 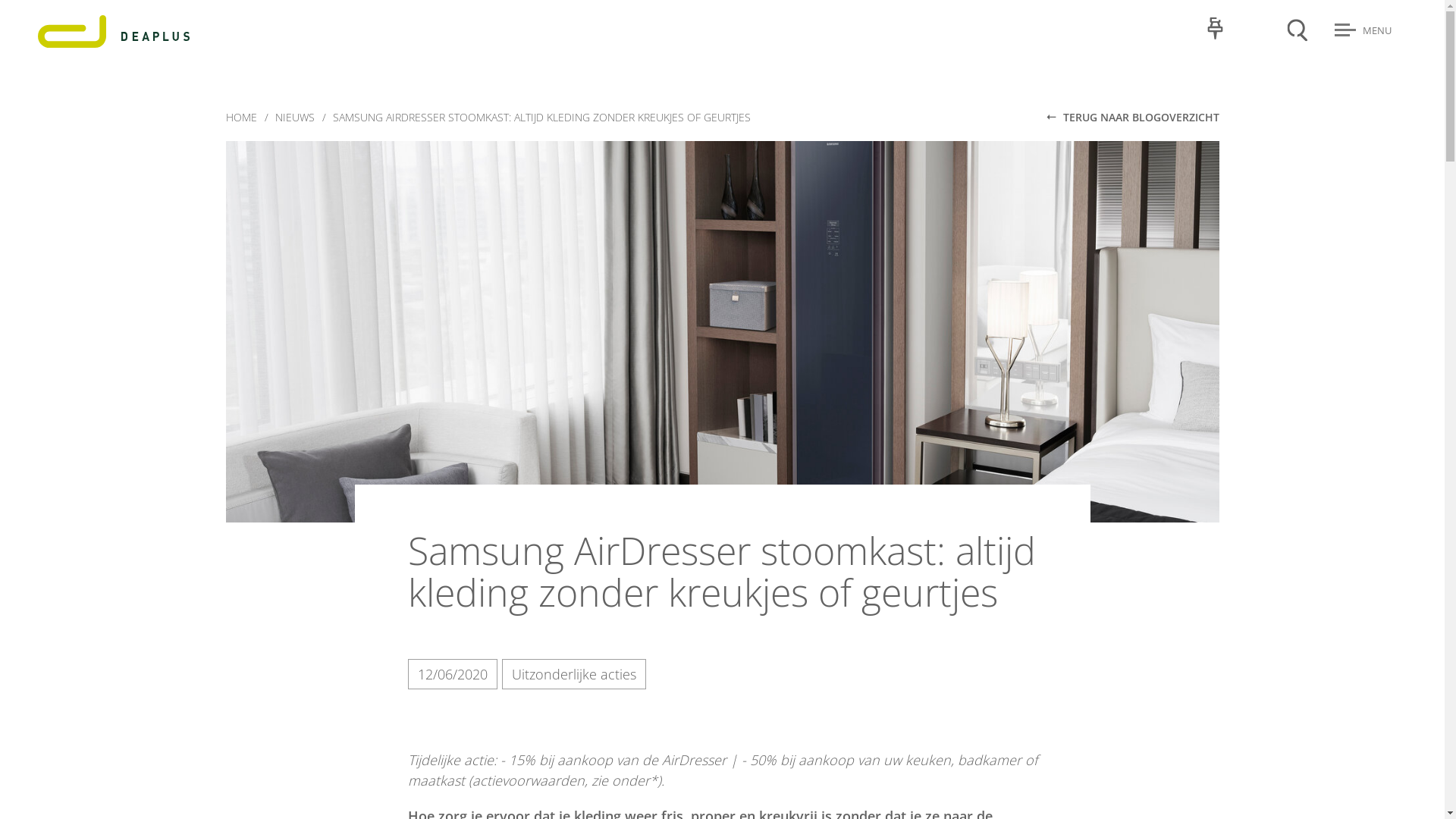 What do you see at coordinates (1370, 30) in the screenshot?
I see `'MENU'` at bounding box center [1370, 30].